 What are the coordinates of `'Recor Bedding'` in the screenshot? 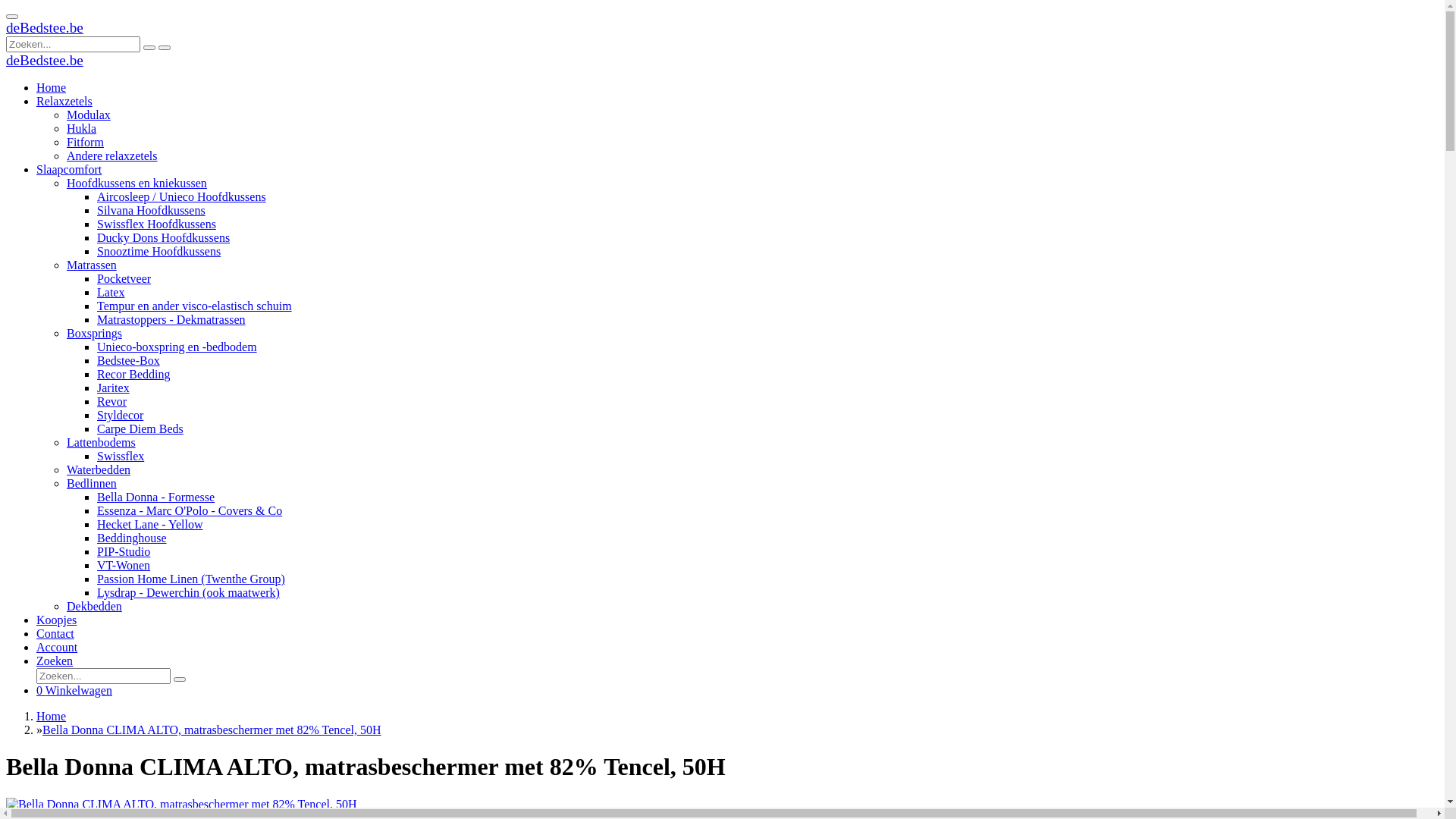 It's located at (133, 374).